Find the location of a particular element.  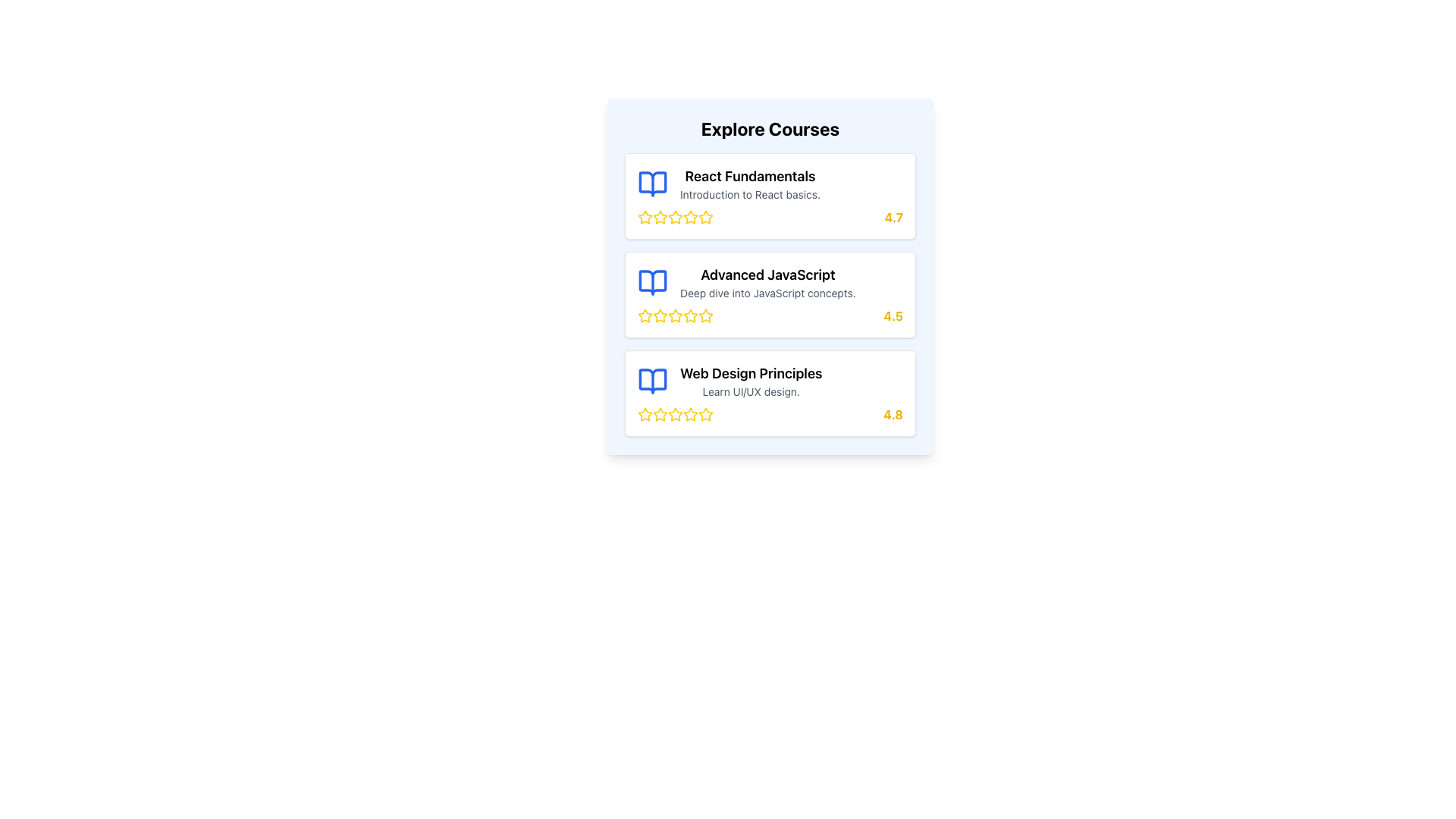

the SVG Icon representing the course category for 'Advanced JavaScript', located to the left of the course title and above its subtitle, without direct interaction is located at coordinates (652, 283).